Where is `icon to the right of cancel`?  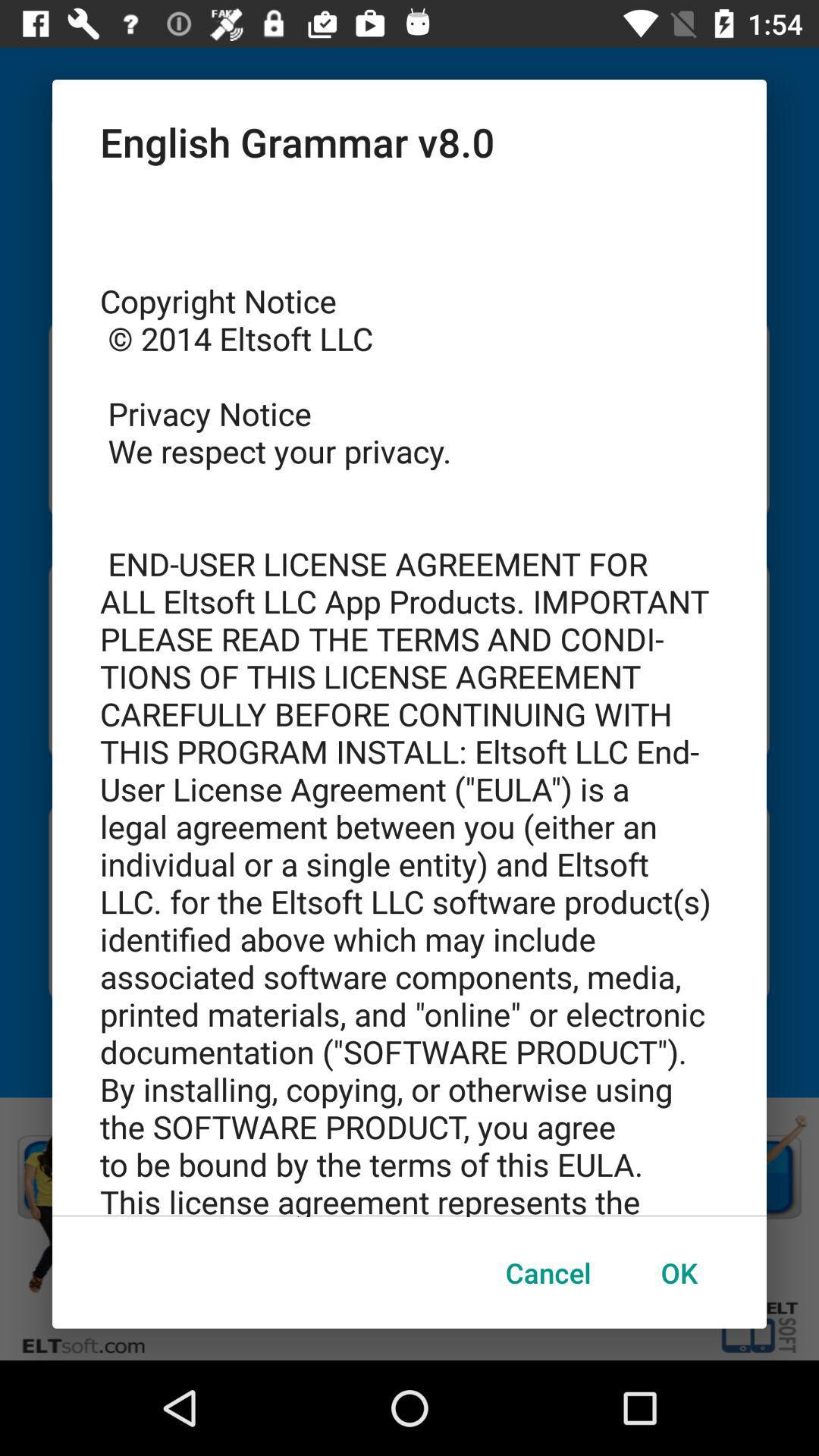
icon to the right of cancel is located at coordinates (678, 1272).